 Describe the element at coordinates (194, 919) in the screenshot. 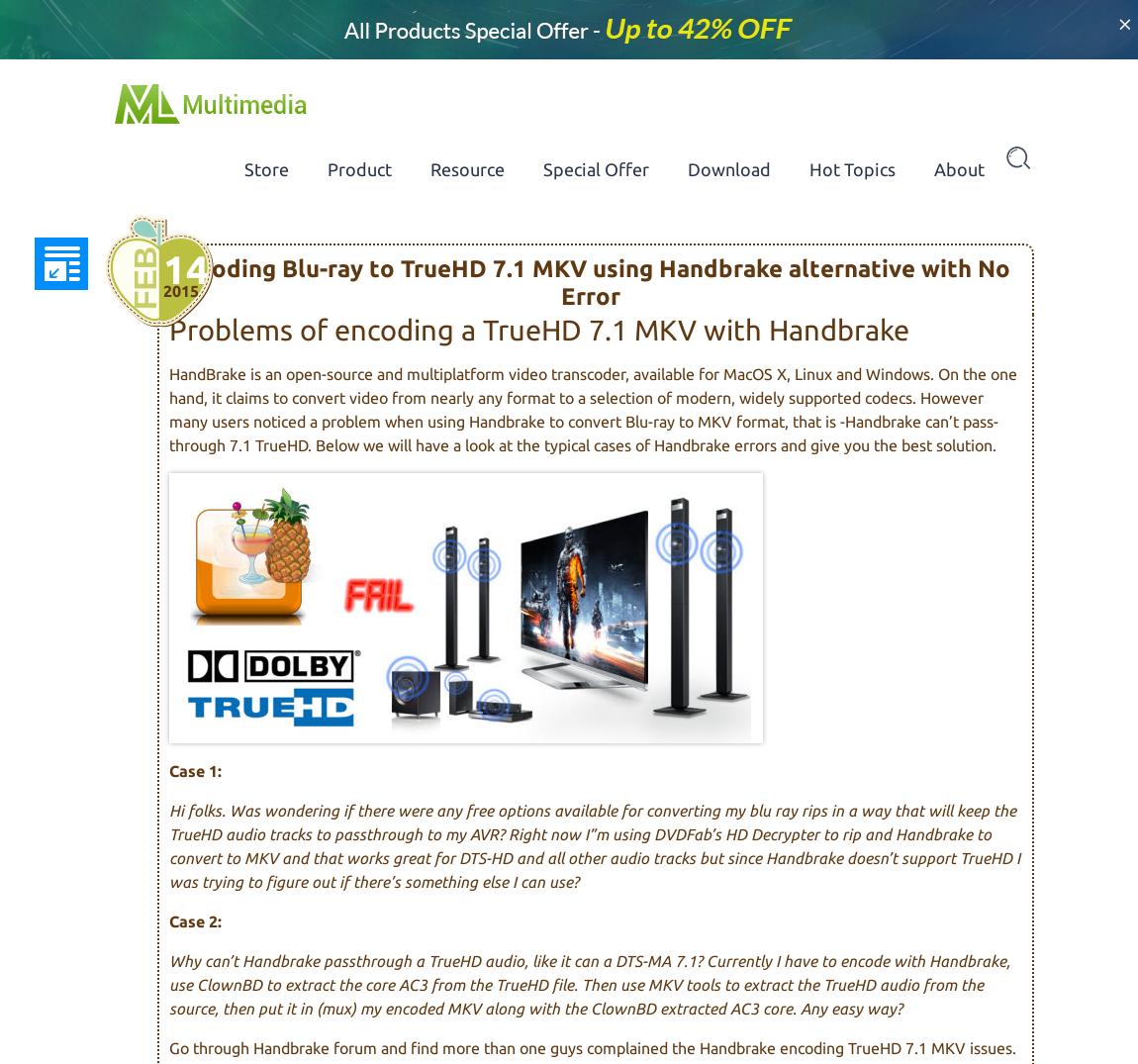

I see `'Case 2:'` at that location.